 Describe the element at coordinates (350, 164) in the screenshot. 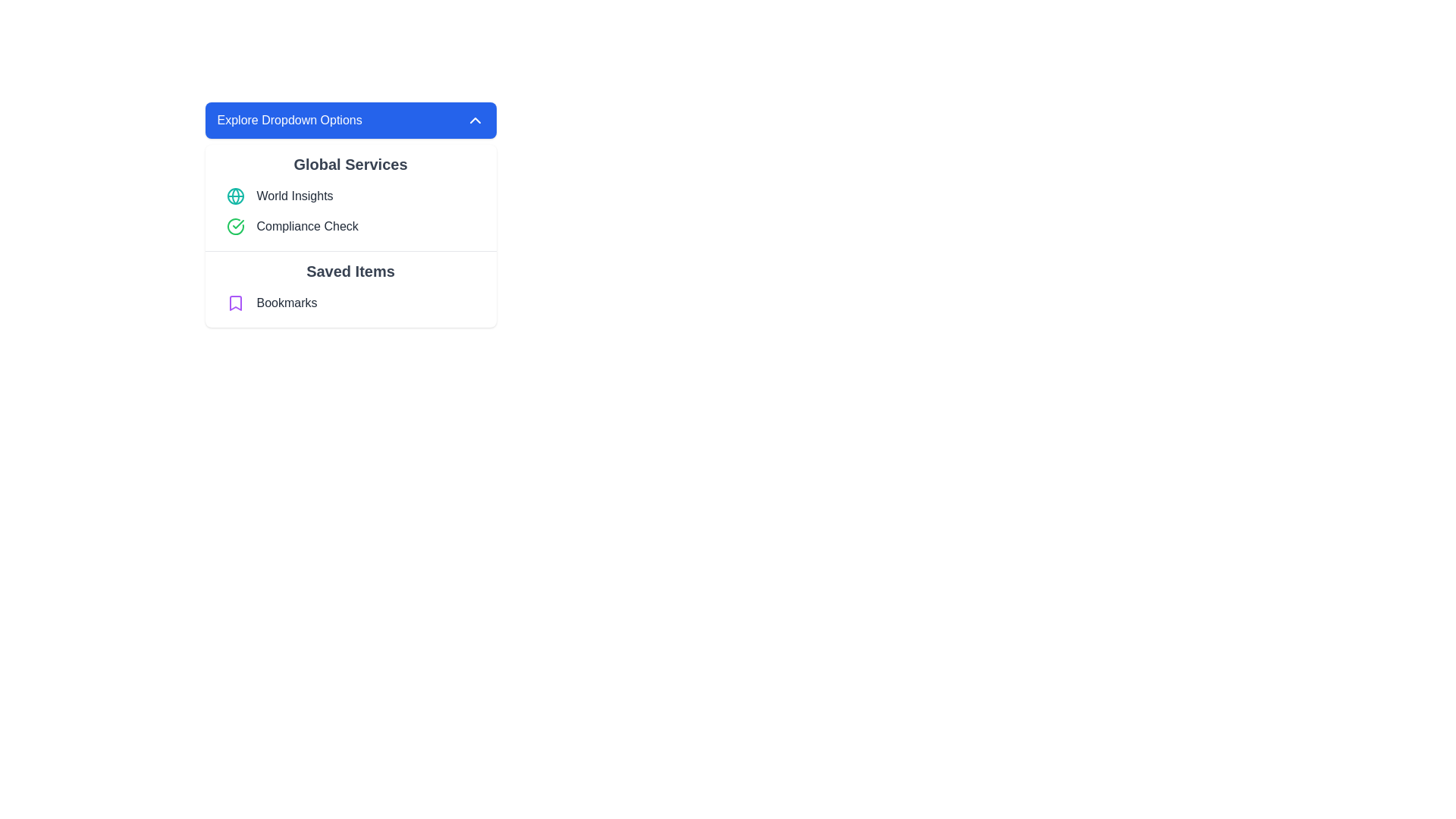

I see `the 'Global Services' text label, which is the first text content in the dropdown section beneath 'Explore Dropdown Options'` at that location.